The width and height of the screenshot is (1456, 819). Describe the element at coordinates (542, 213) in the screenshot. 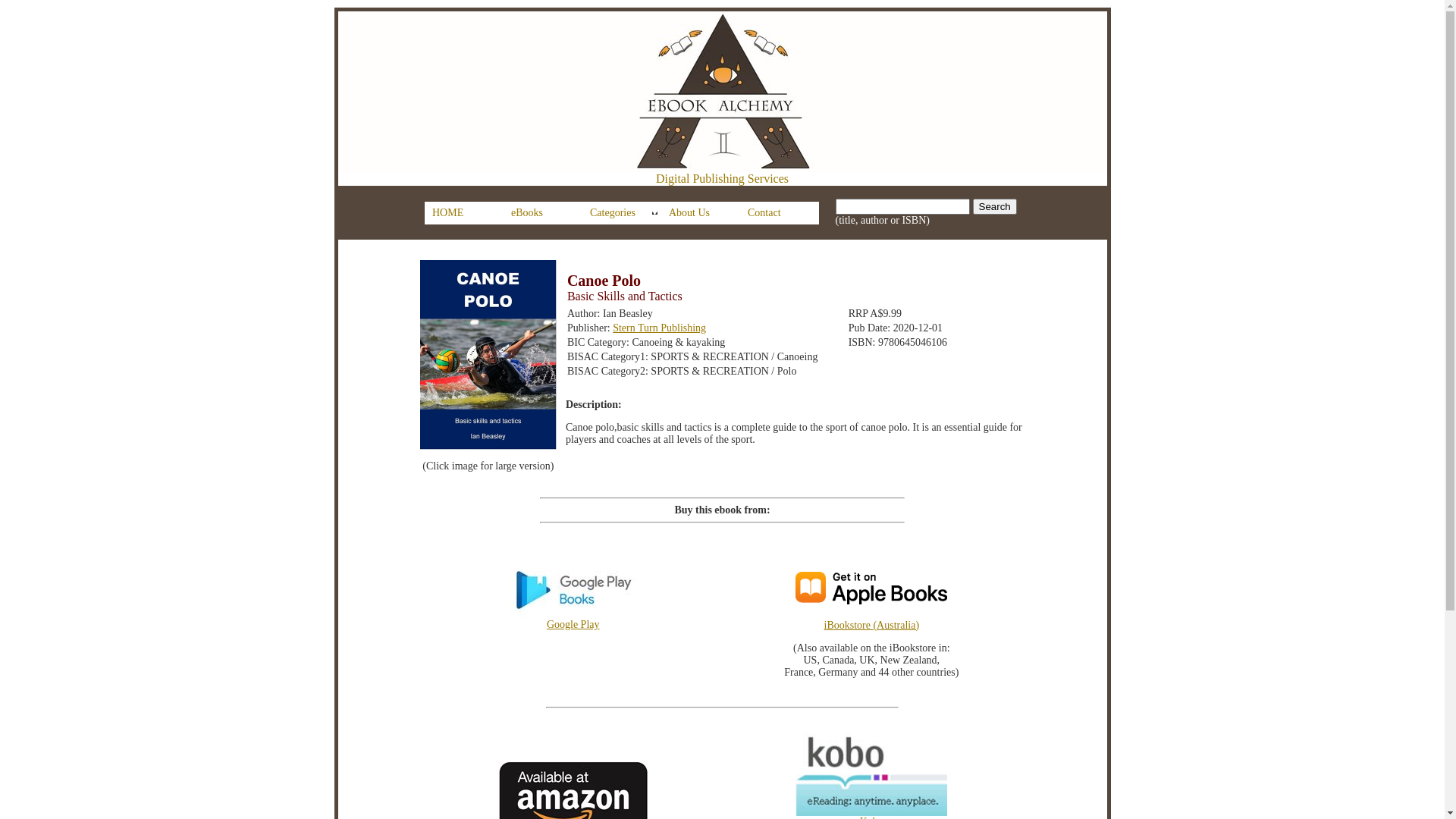

I see `'eBooks'` at that location.